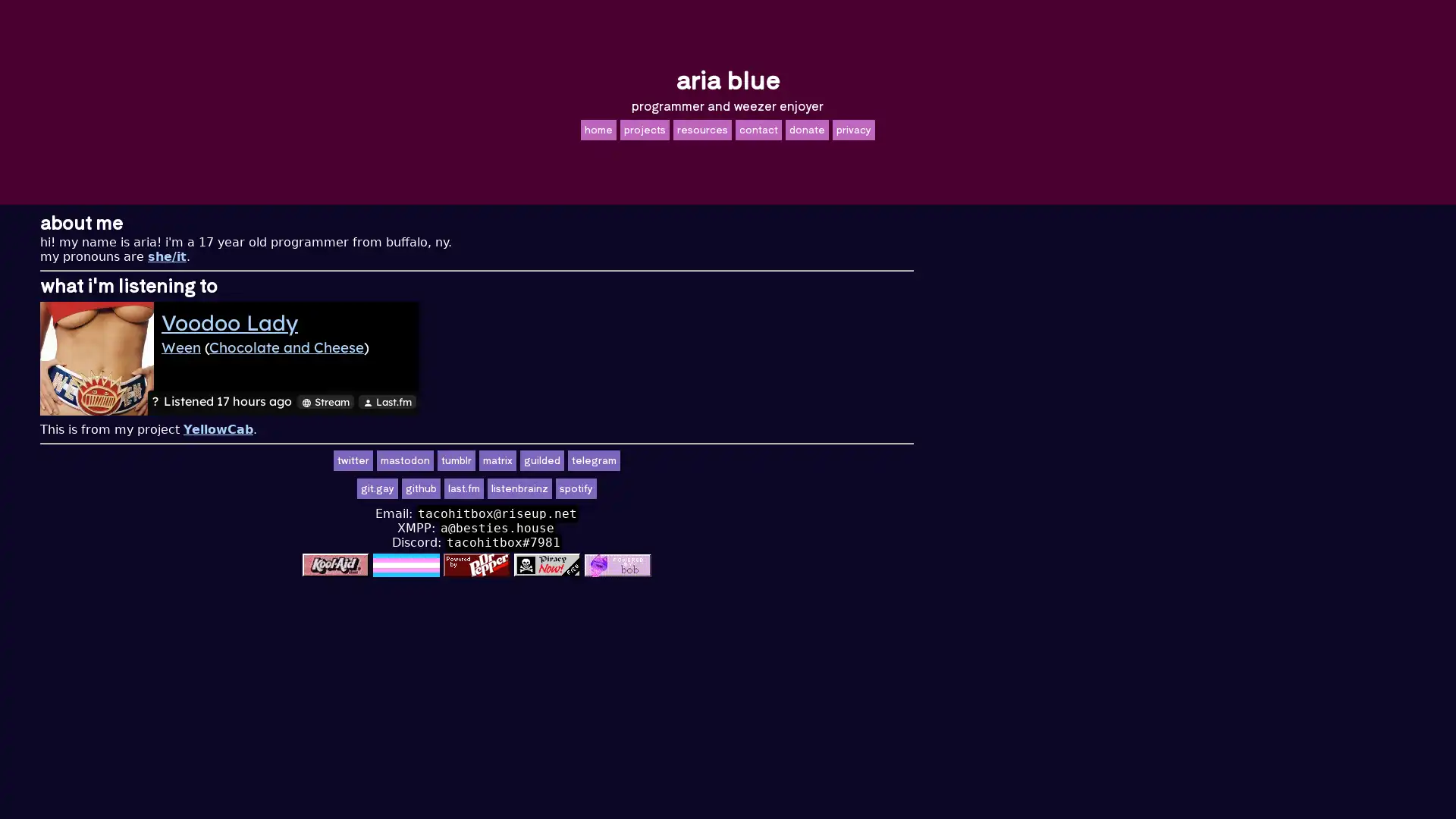 This screenshot has width=1456, height=819. I want to click on listenbrainz, so click(770, 488).